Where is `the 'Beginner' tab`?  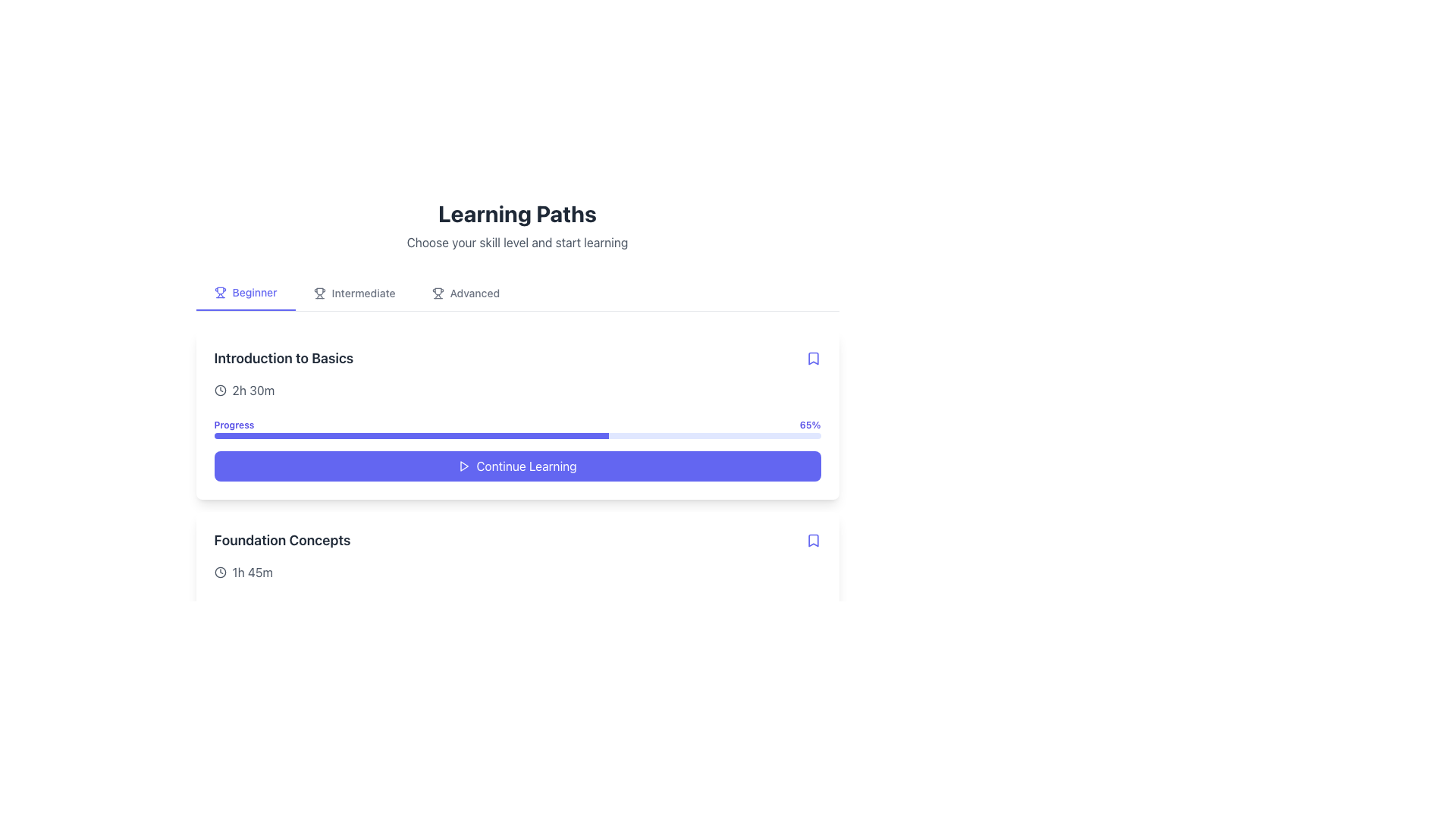
the 'Beginner' tab is located at coordinates (246, 293).